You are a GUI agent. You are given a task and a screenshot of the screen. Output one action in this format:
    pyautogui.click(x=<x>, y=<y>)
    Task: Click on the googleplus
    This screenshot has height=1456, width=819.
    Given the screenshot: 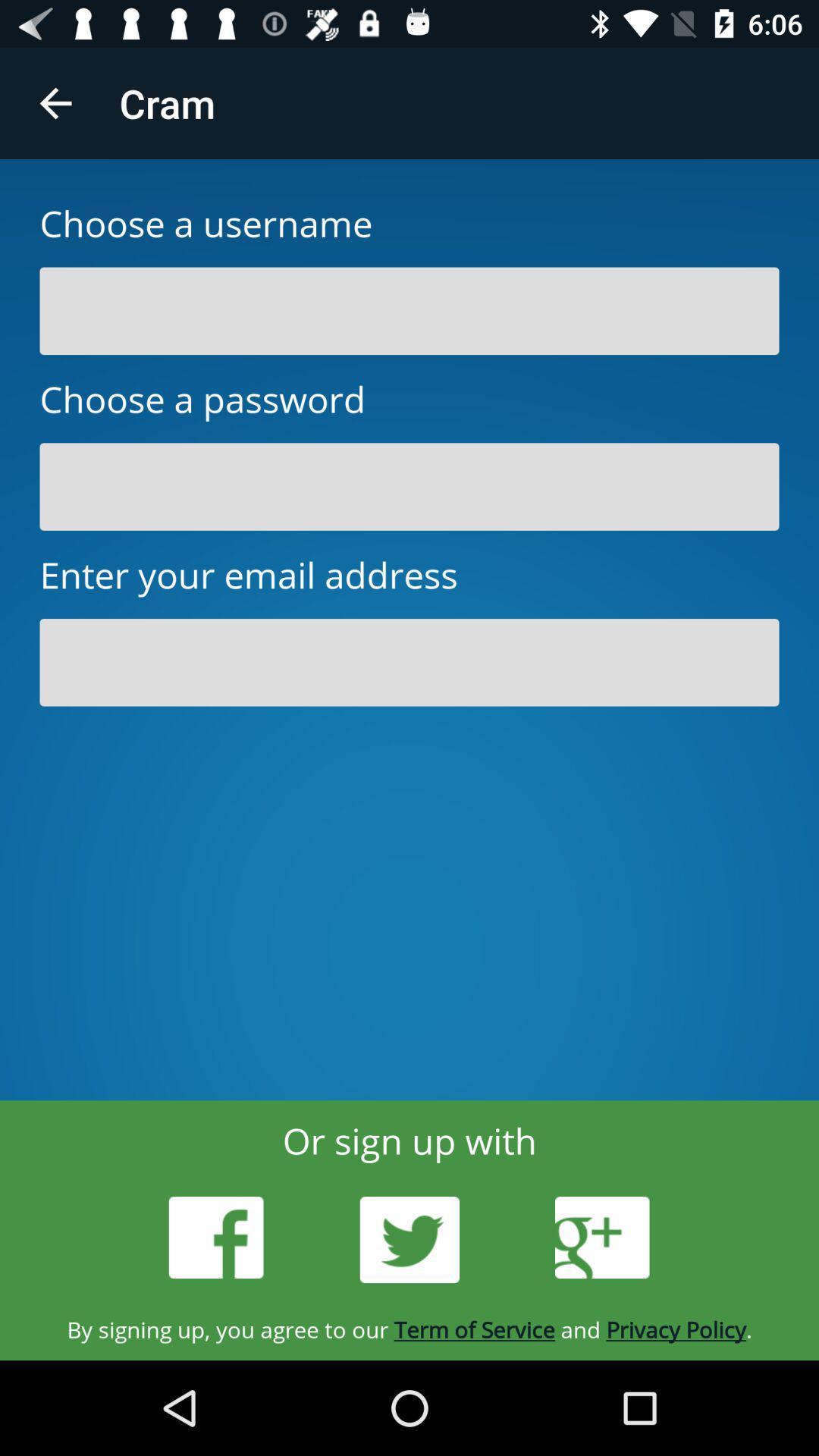 What is the action you would take?
    pyautogui.click(x=601, y=1238)
    